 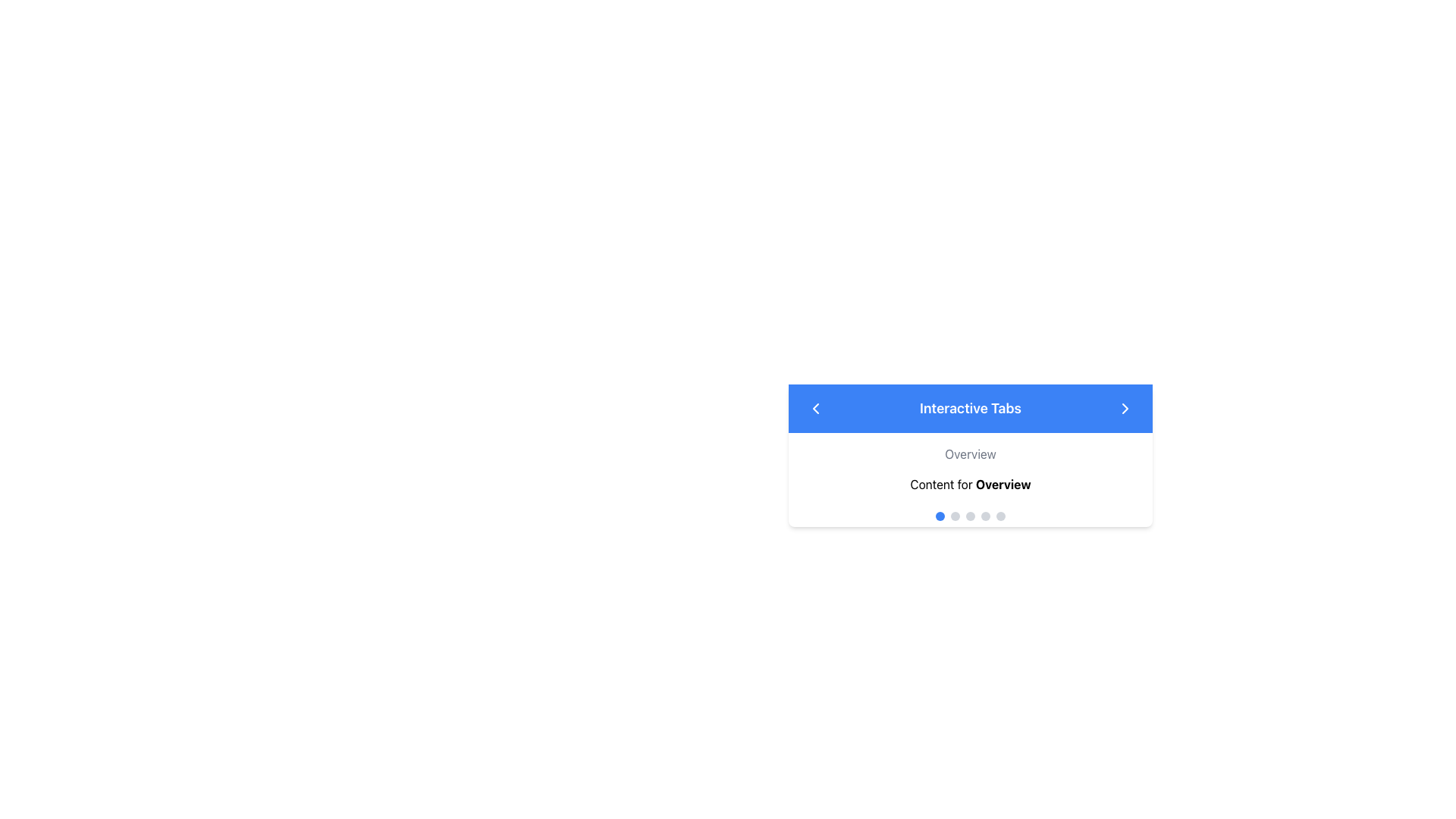 I want to click on the circular button with a right-pointing chevron icon located on the far right side of the blue header bar labeled 'Interactive Tabs', so click(x=1125, y=408).